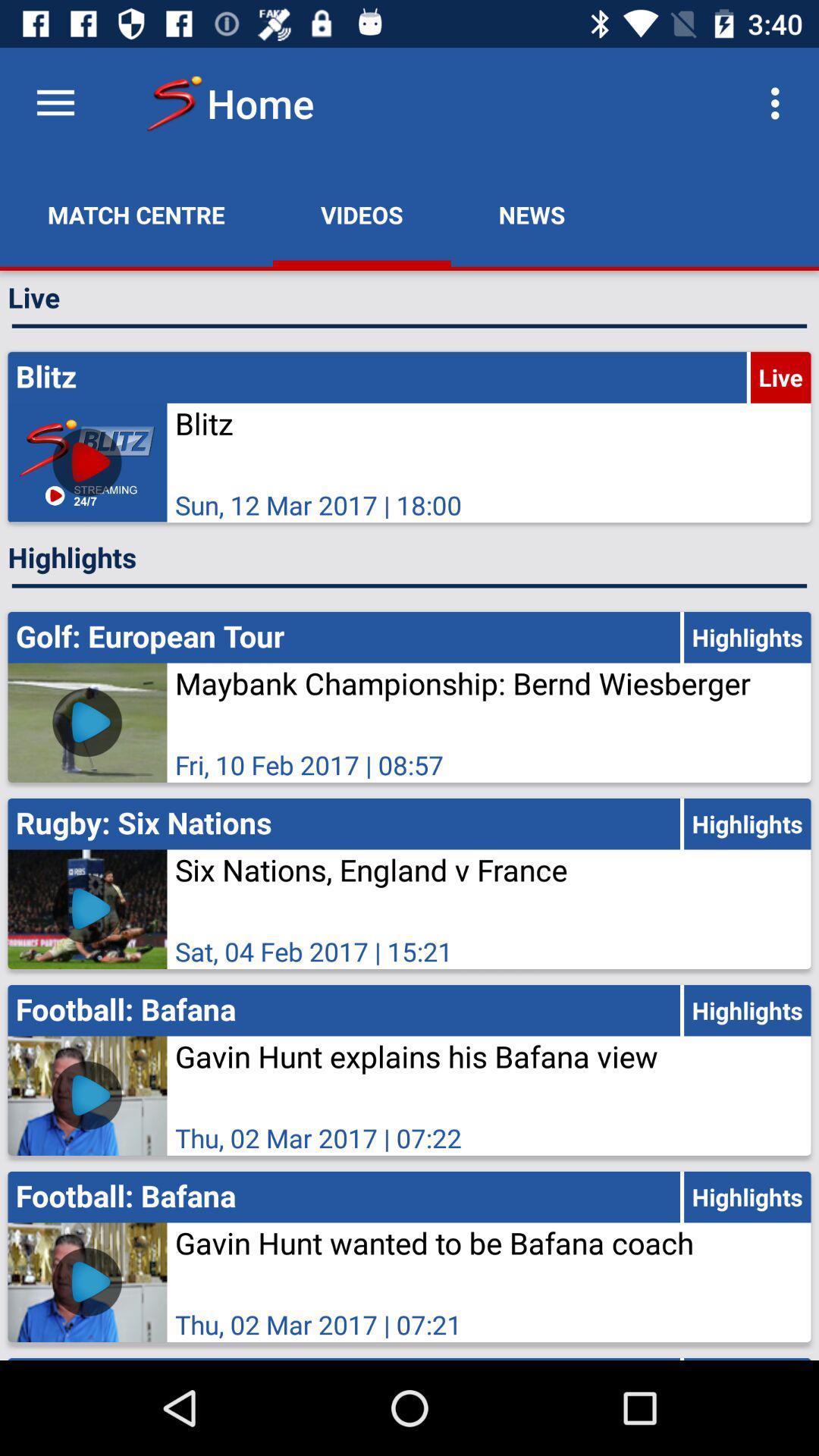 The width and height of the screenshot is (819, 1456). What do you see at coordinates (87, 1282) in the screenshot?
I see `the first video bottom` at bounding box center [87, 1282].